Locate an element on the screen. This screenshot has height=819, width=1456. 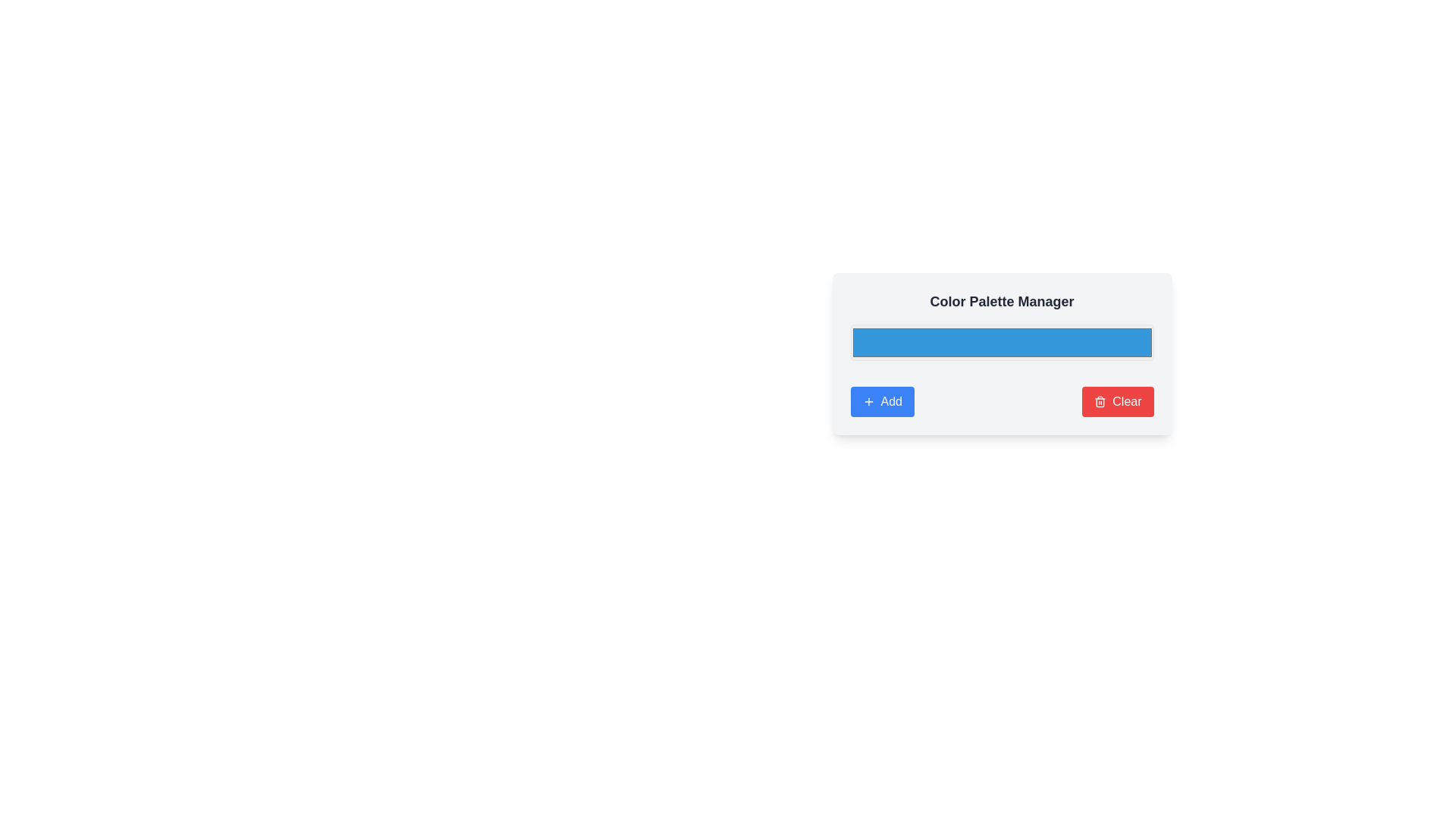
the Color Display Area, which is a rectangular section with a bright blue background located under the 'Color Palette Manager' title is located at coordinates (1002, 353).